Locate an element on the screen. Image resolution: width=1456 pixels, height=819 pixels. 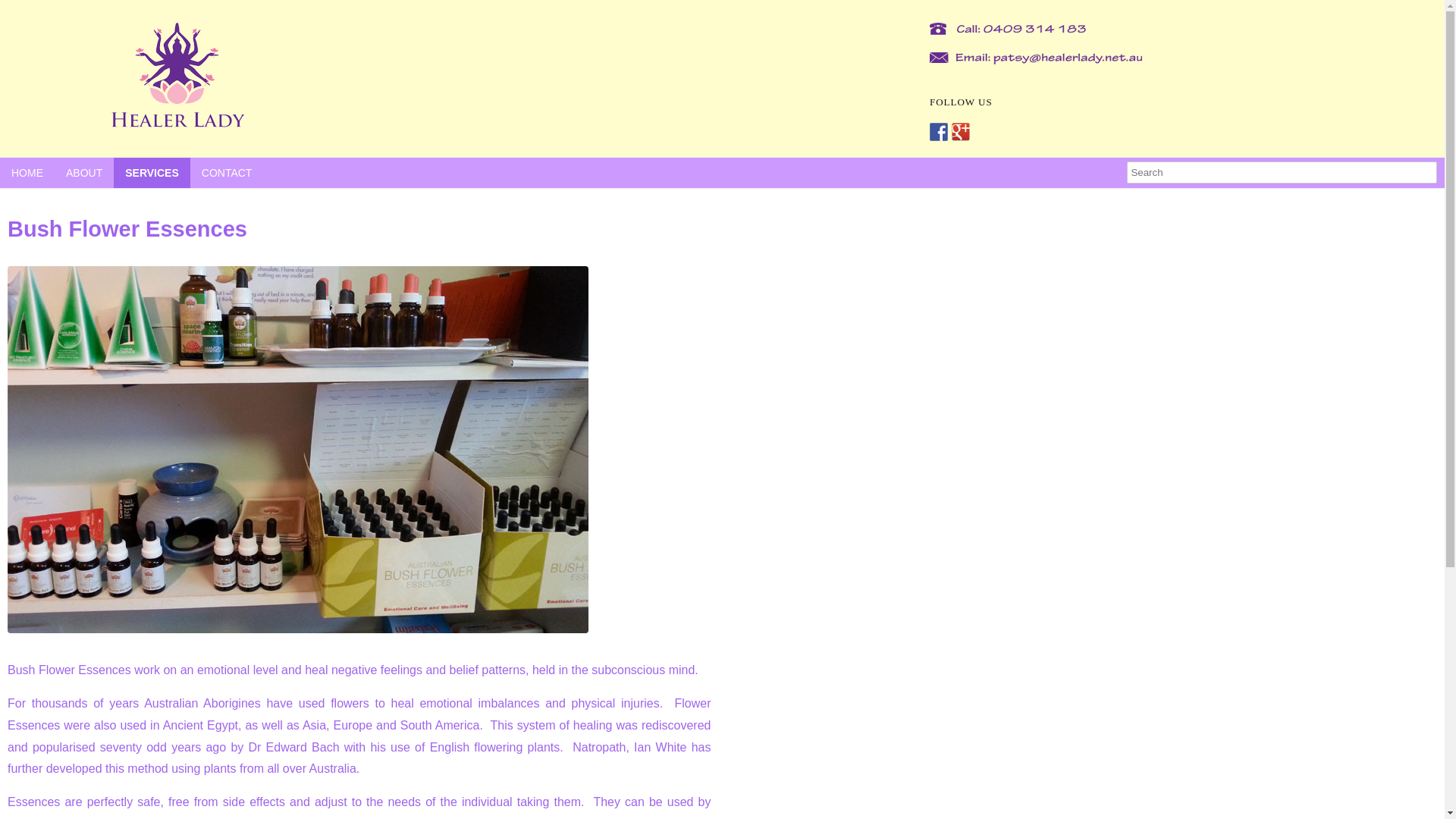
'Call' is located at coordinates (1004, 29).